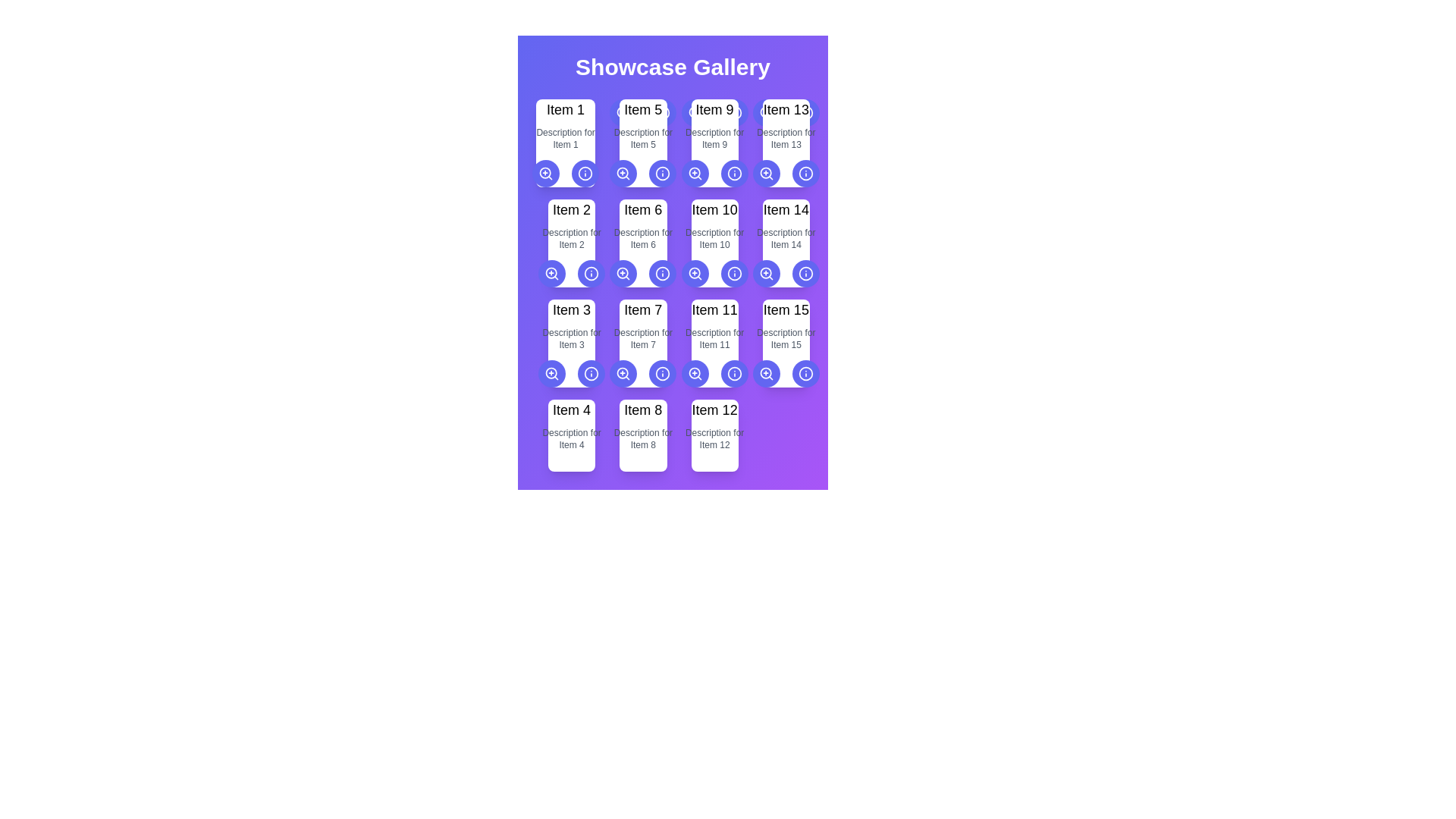  What do you see at coordinates (643, 343) in the screenshot?
I see `the Display card that presents the title and description of 'Item 7', located in the second row and third column of the grid layout` at bounding box center [643, 343].